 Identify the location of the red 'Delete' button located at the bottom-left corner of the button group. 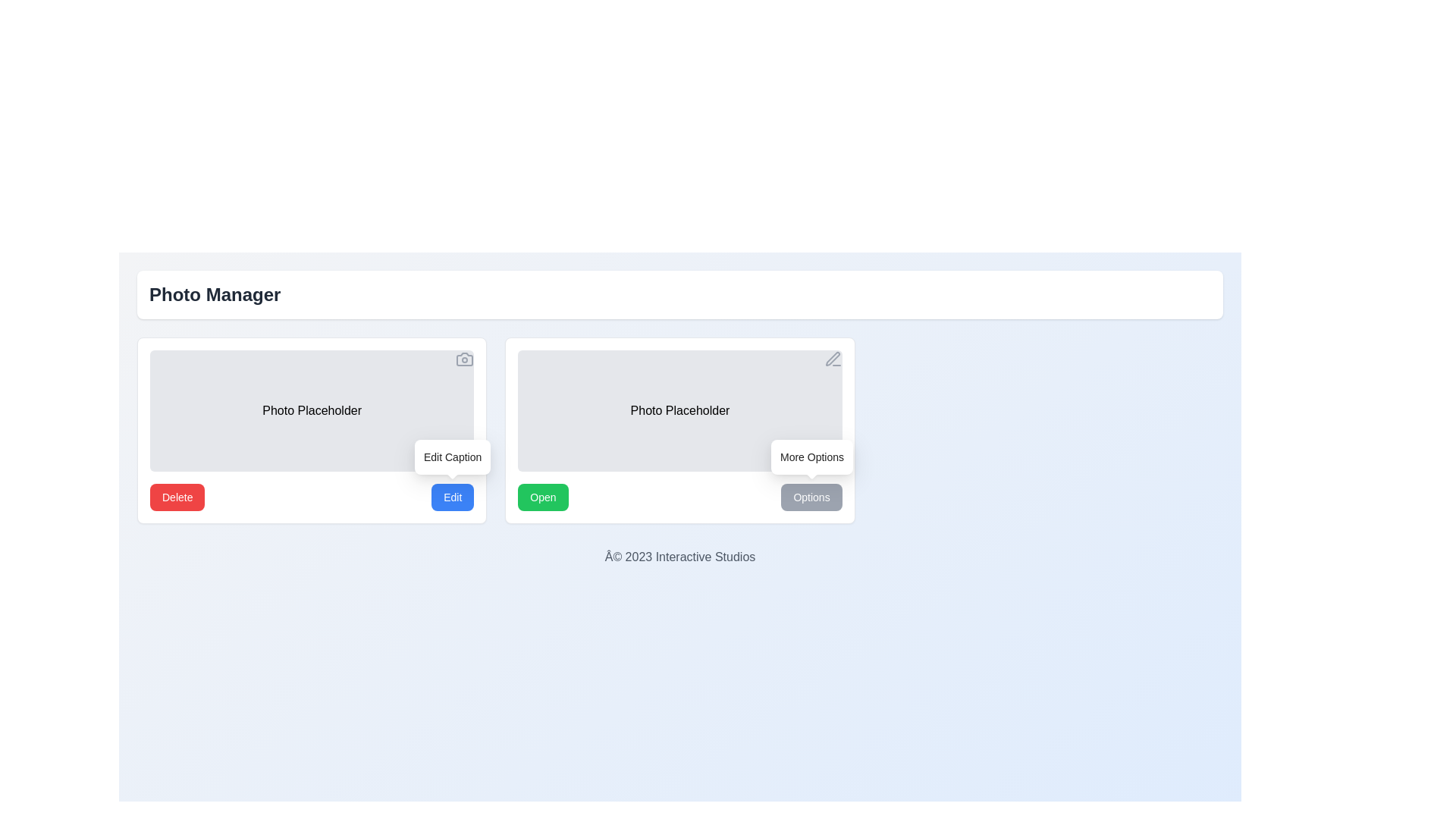
(177, 497).